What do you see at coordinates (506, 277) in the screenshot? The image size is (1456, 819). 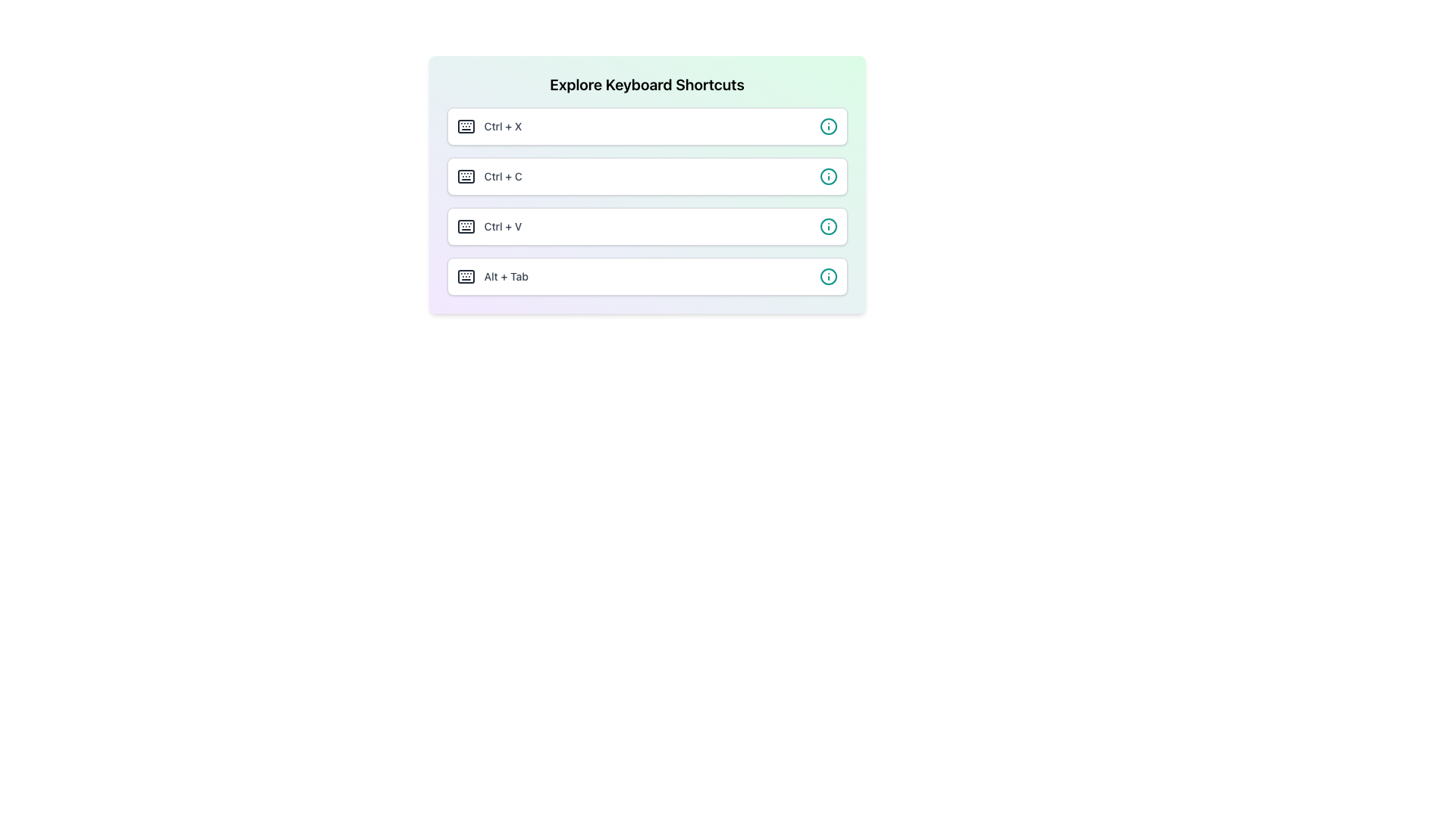 I see `the text 'Alt + Tab' which is the fourth item in a vertical list of keyboard shortcuts, styled in a small, medium-weight gray font, aligned to the left` at bounding box center [506, 277].